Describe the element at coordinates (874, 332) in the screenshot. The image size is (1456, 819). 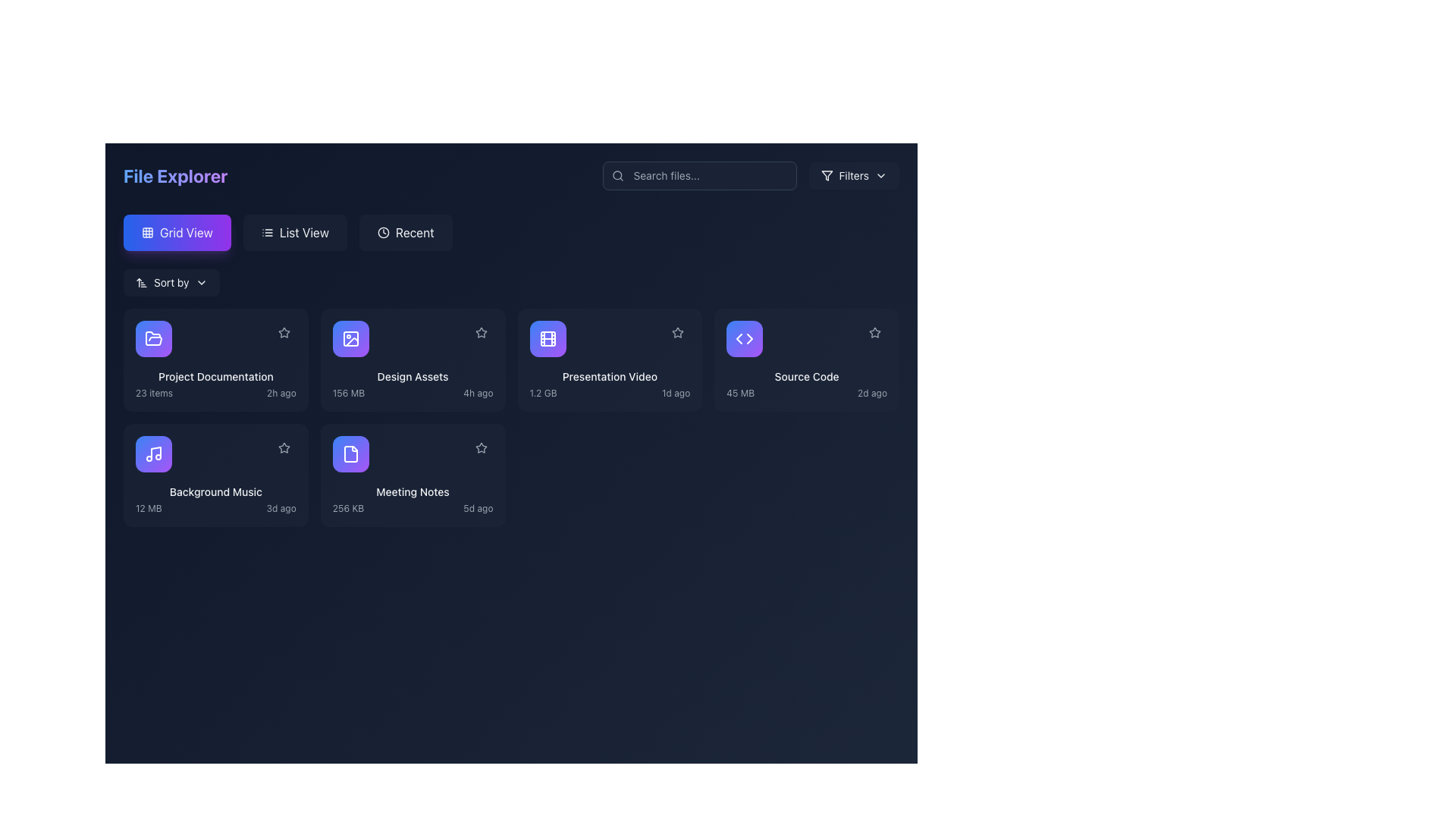
I see `the star-shaped icon button` at that location.